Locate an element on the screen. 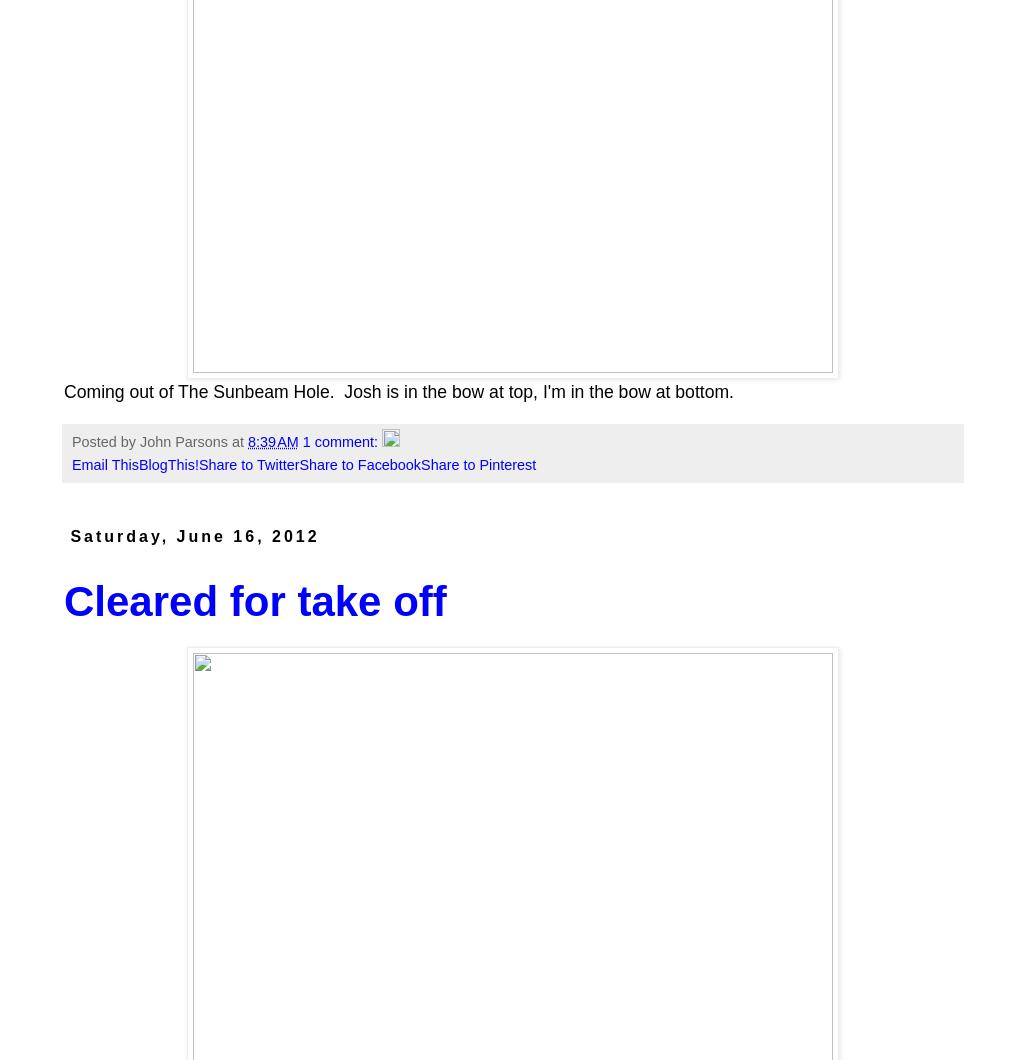  '1 comment:' is located at coordinates (341, 441).